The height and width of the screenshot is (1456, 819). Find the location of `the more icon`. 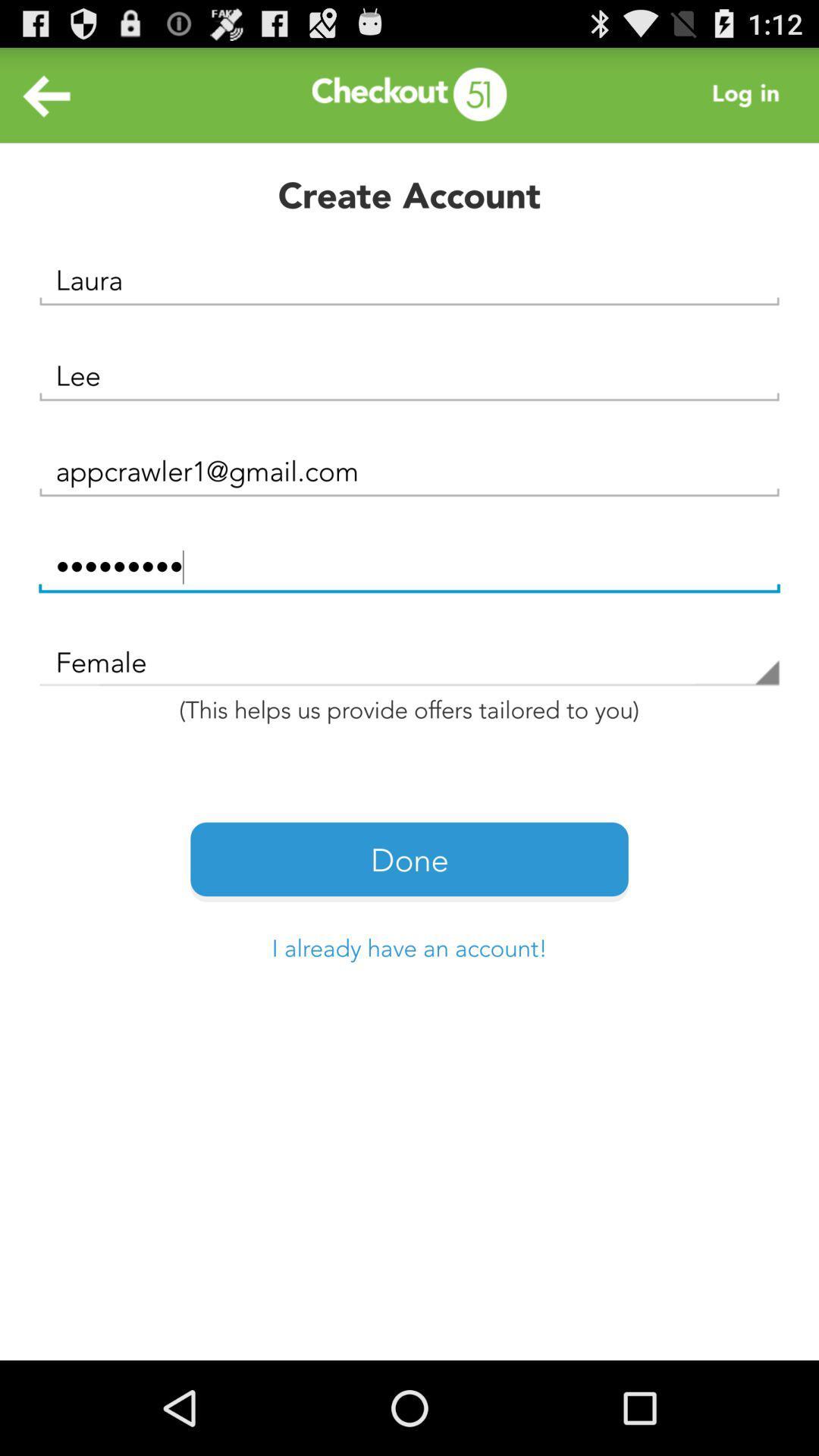

the more icon is located at coordinates (749, 101).